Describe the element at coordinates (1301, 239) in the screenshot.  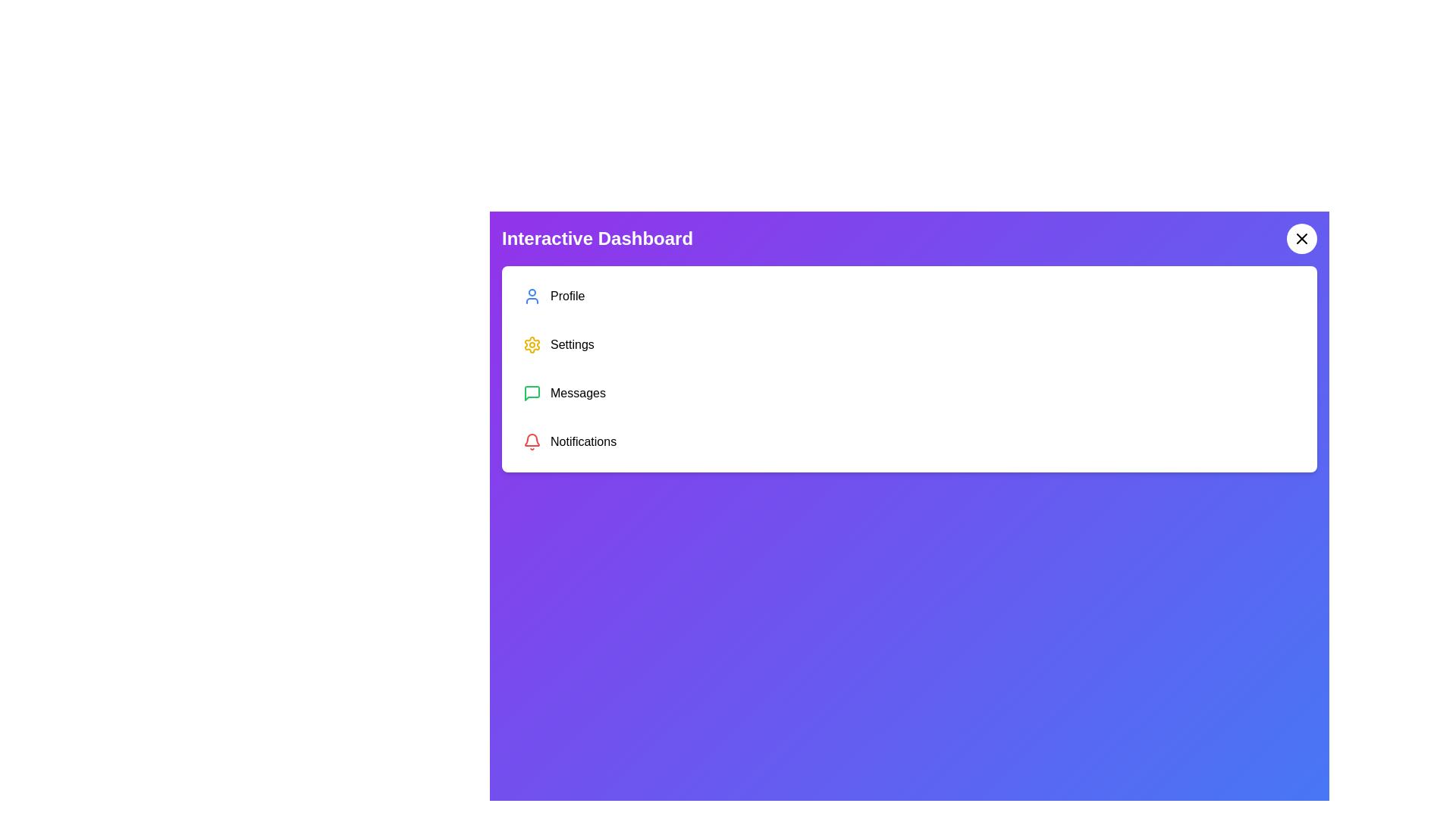
I see `the close button located in the top-right corner of the purple header, adjacent to the title 'Interactive Dashboard', to observe the hover effect` at that location.